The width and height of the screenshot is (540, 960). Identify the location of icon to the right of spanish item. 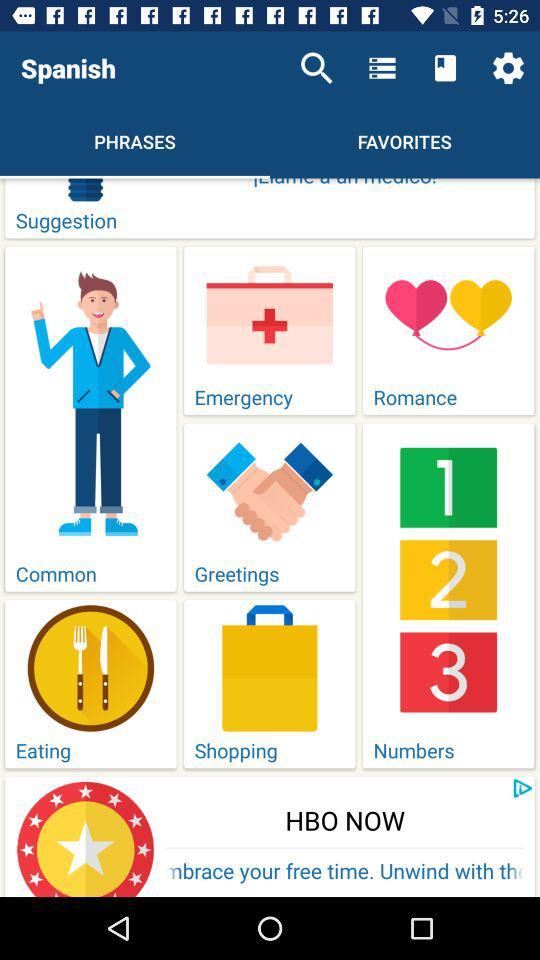
(316, 68).